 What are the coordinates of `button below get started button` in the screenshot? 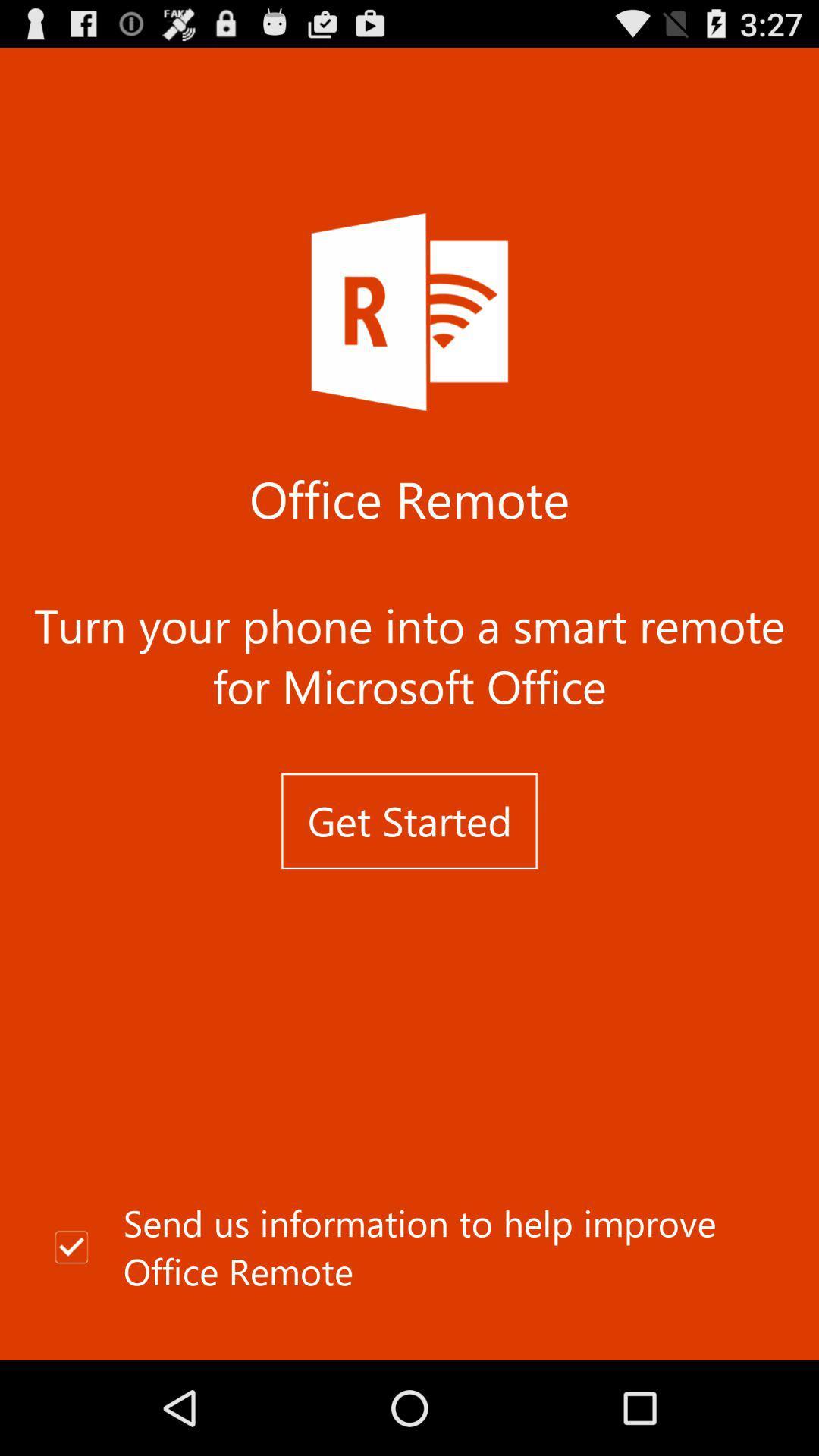 It's located at (409, 1247).